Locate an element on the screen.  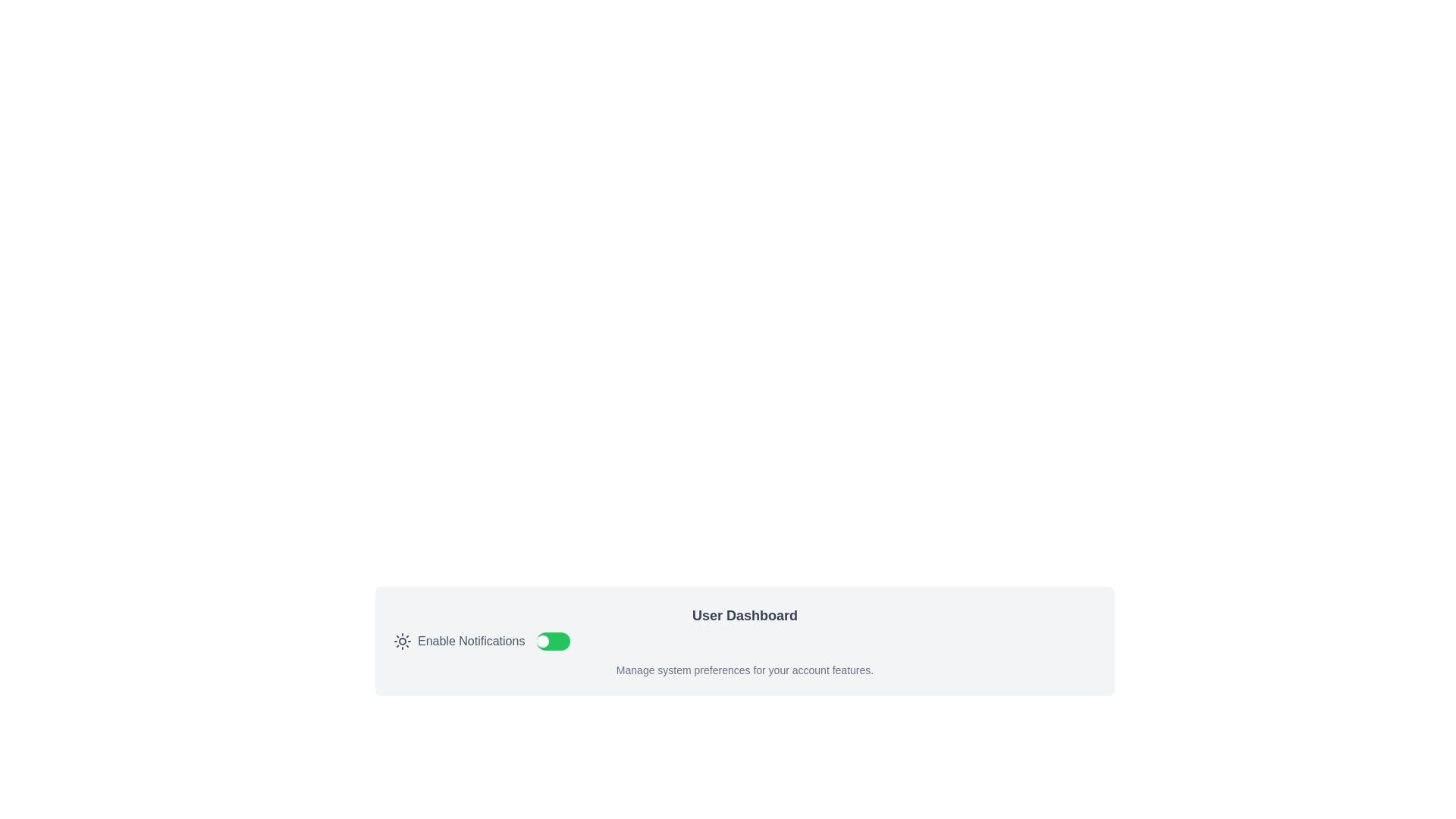
descriptive label for the toggle switch indicating the functionality of enabling notifications, located on the left side of the toggle switch is located at coordinates (458, 641).